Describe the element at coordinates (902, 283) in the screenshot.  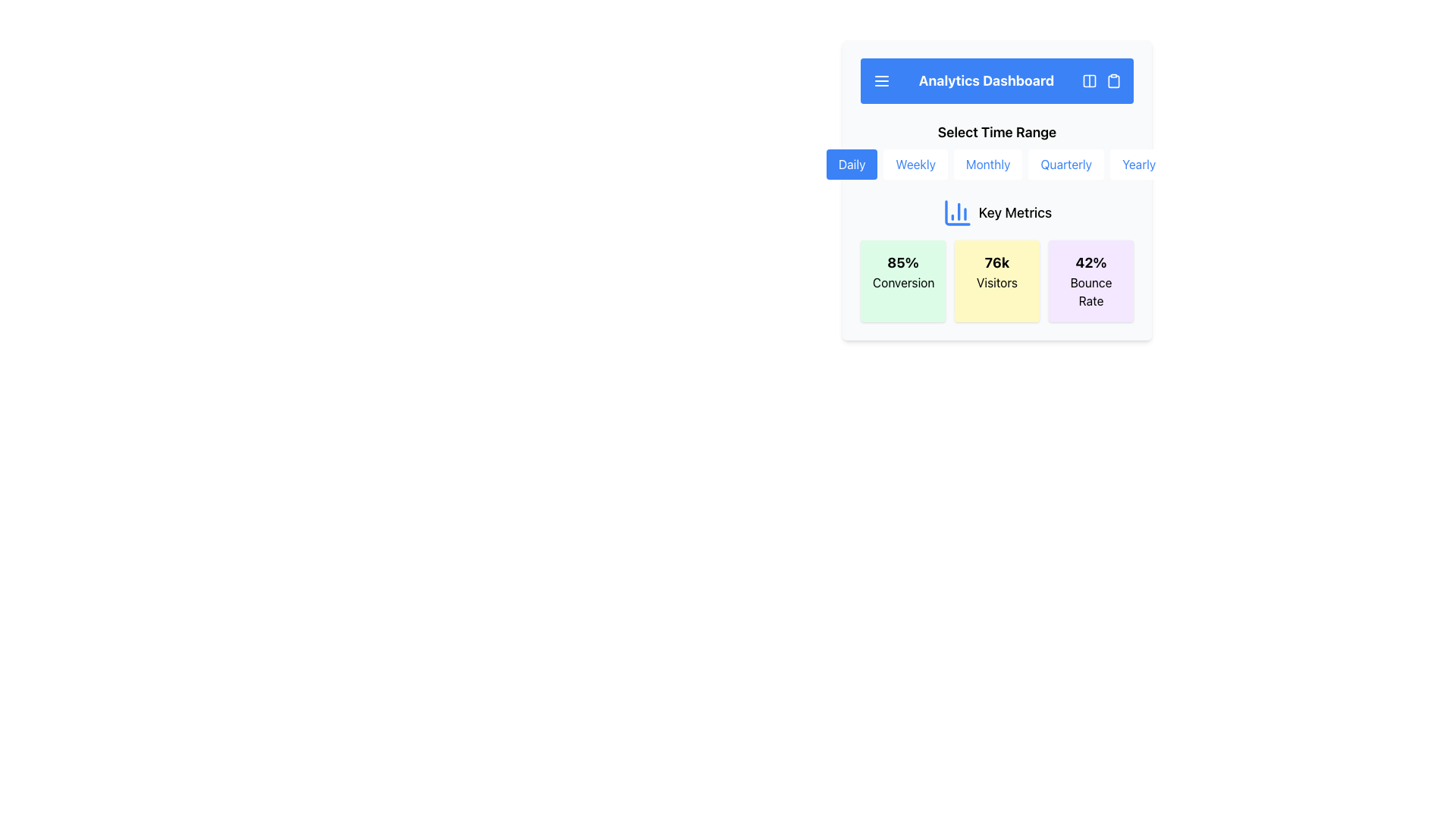
I see `the text label displaying 'Conversion' located within a green rectangular card in the top-left area of the section containing multiple metric widgets` at that location.